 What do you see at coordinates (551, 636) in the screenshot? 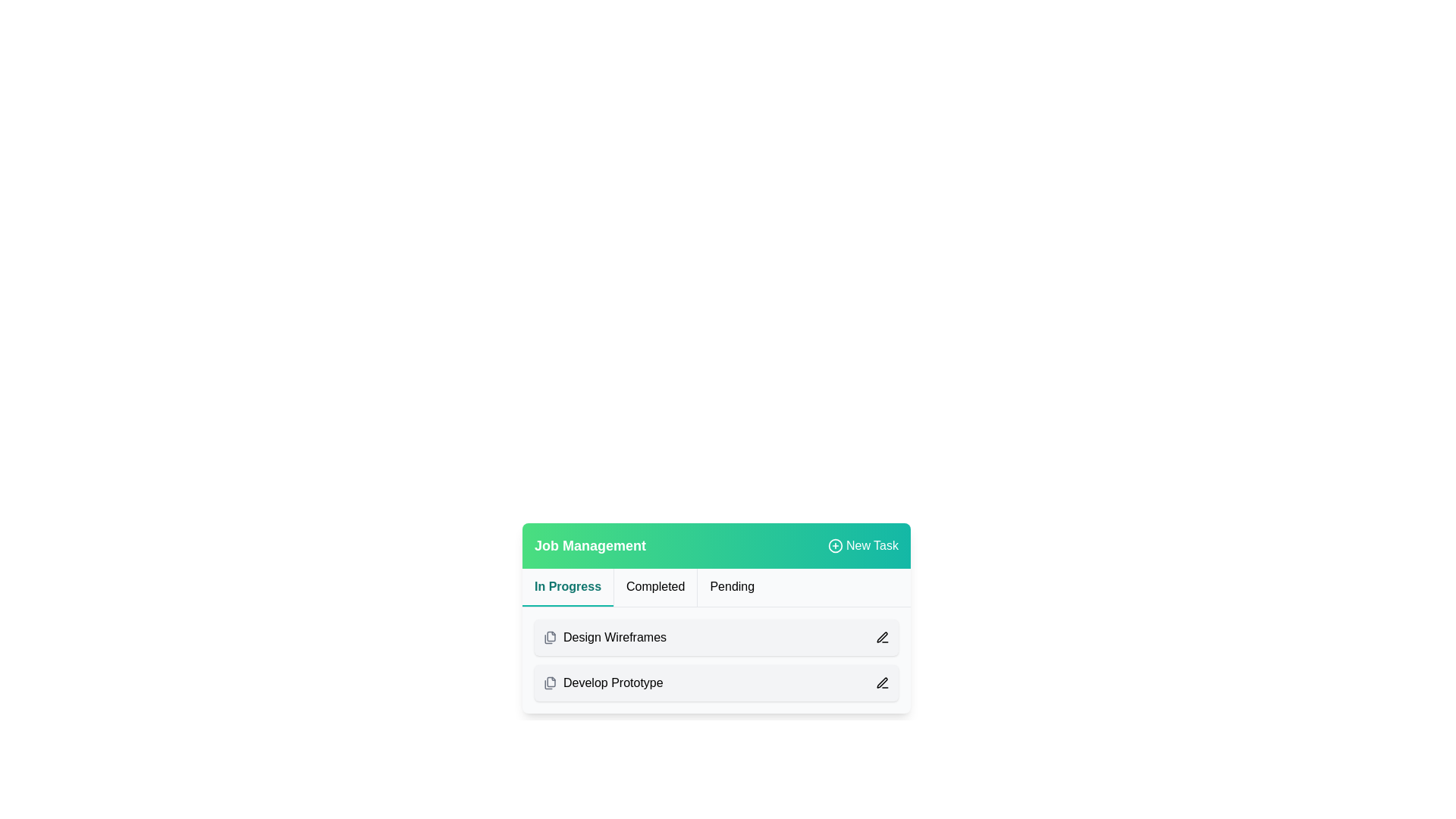
I see `the decorative icon representing the 'Develop Prototype' task located in the second row of the 'In Progress' tab under 'Job Management'` at bounding box center [551, 636].